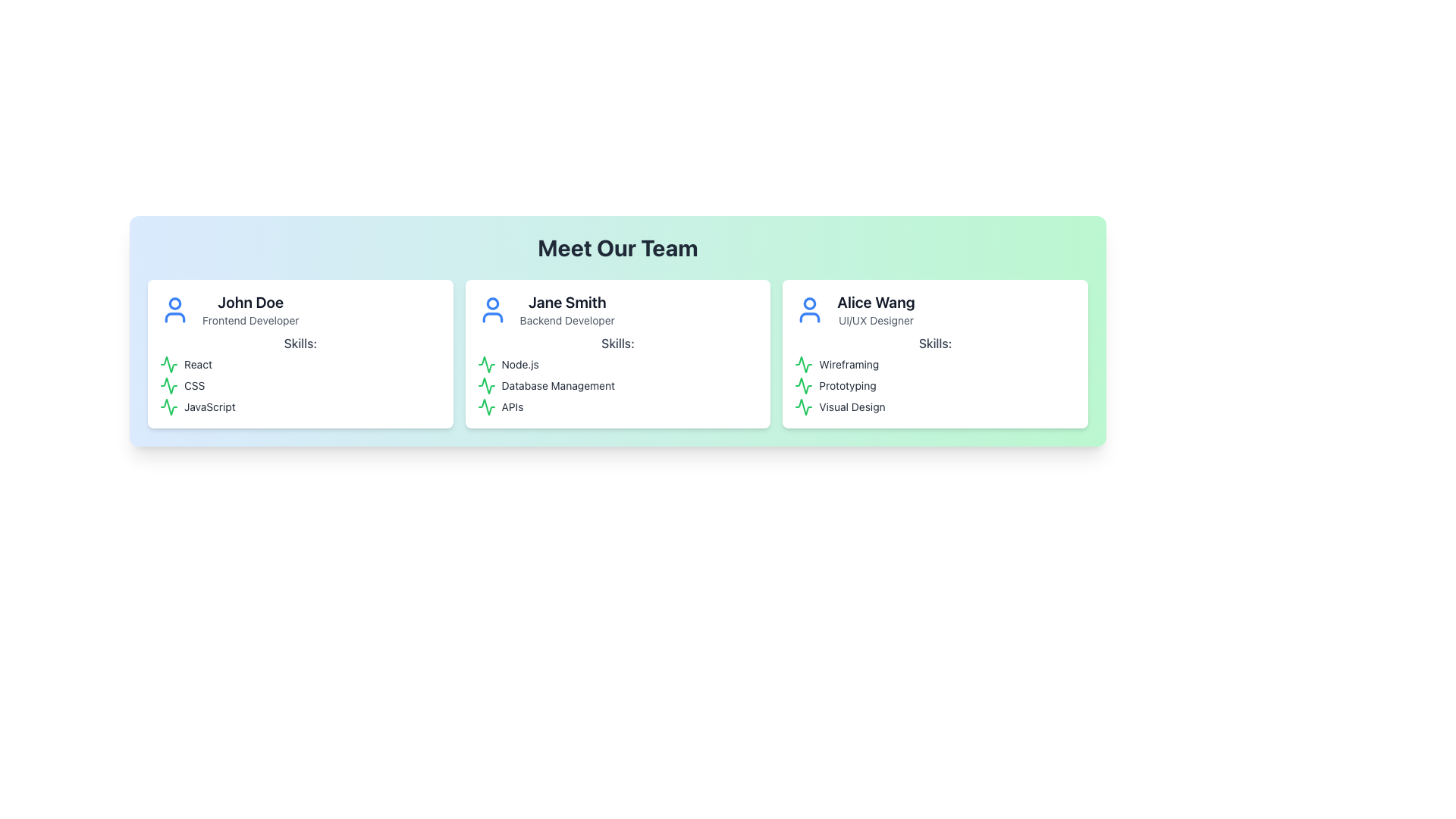 This screenshot has height=819, width=1456. What do you see at coordinates (486, 365) in the screenshot?
I see `the green zigzag line icon resembling a heartbeat monitor waveform located below the 'Node.js' text in the skill list of the 'Jane Smith' card` at bounding box center [486, 365].